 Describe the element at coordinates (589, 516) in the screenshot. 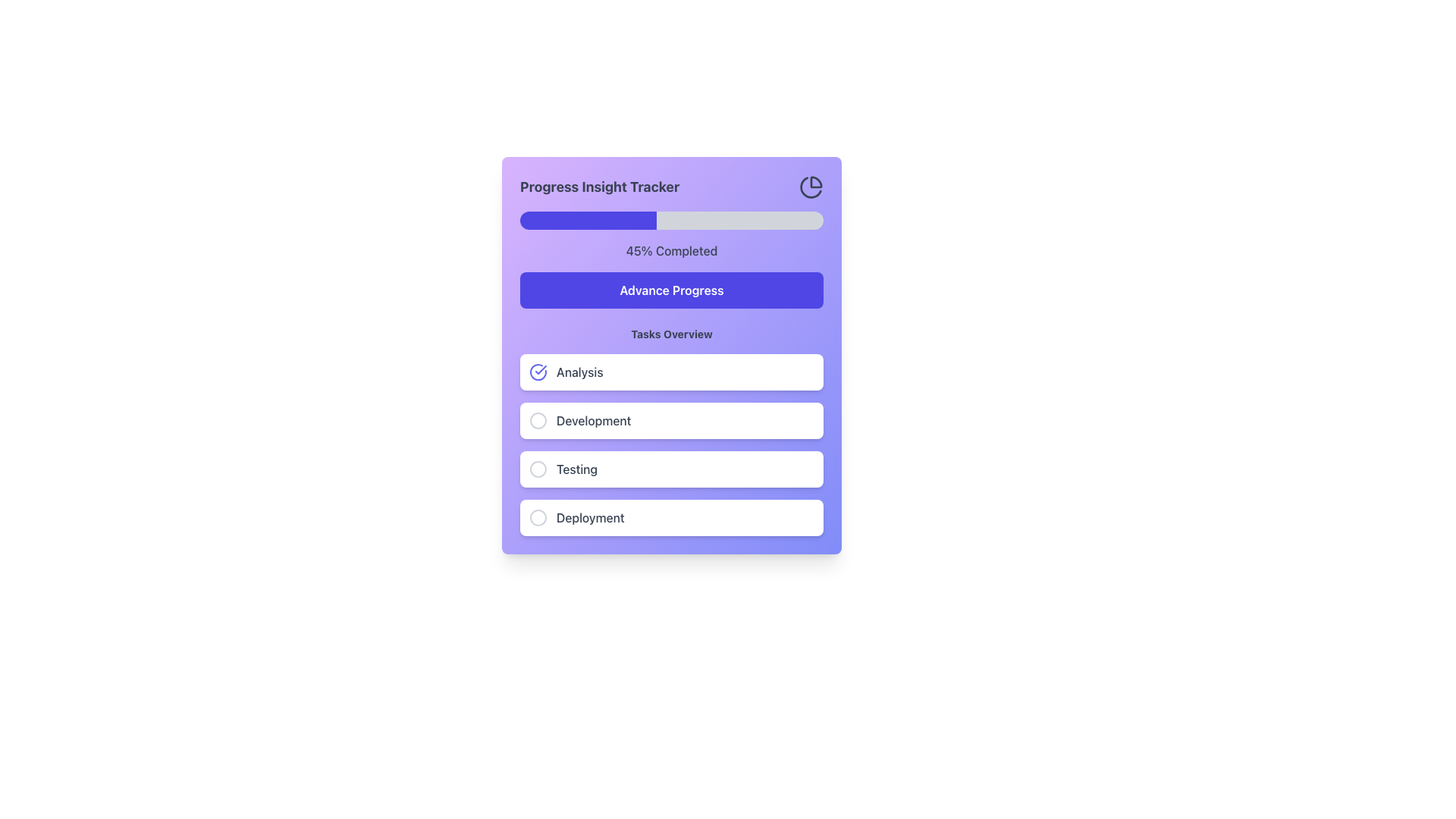

I see `the Text Label displaying 'Deployment' styled in gray color and medium font weight, located to the right of the circular icon` at that location.